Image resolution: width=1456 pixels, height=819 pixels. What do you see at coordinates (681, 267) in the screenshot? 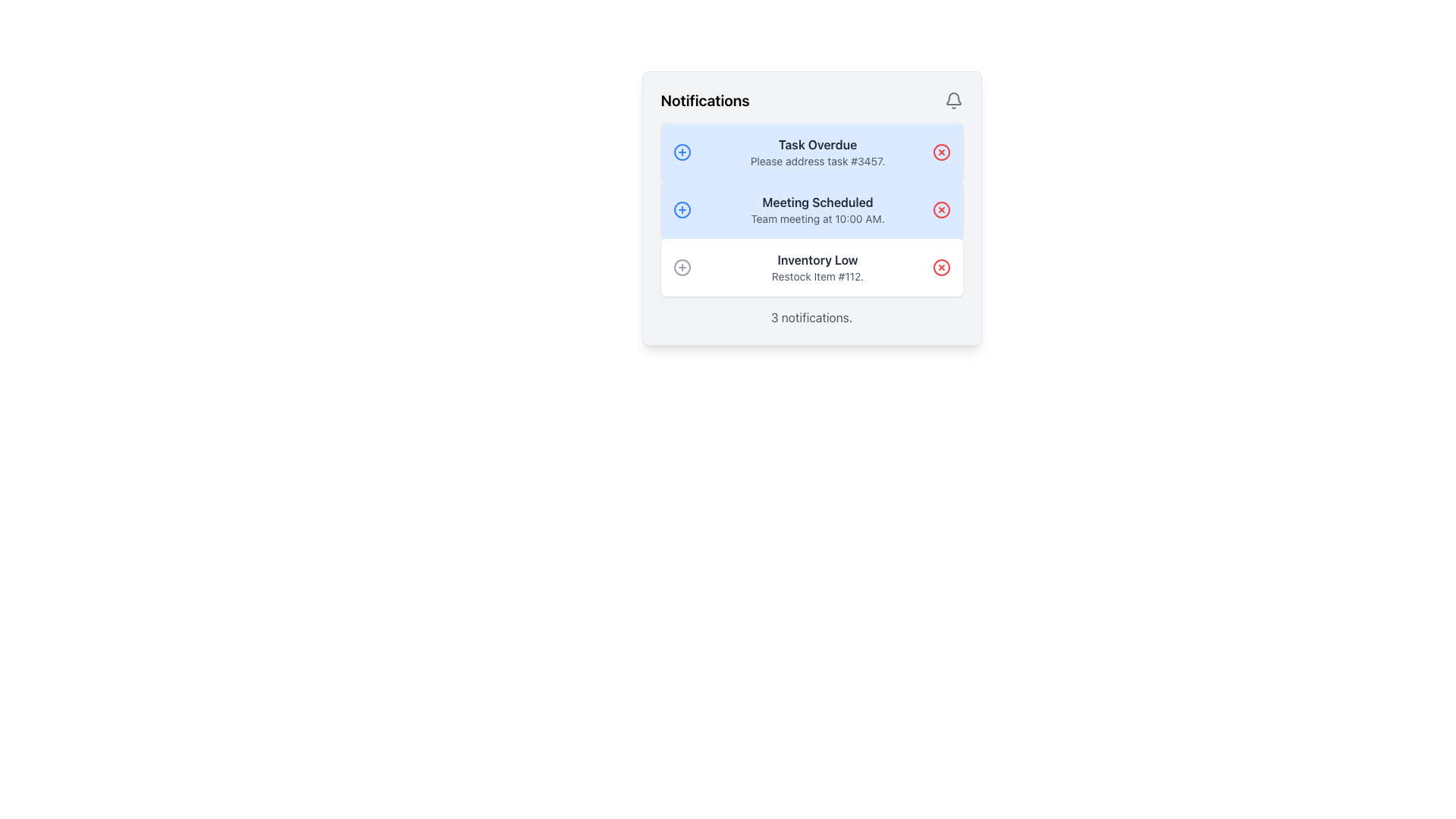
I see `the action-triggering button for the notification titled 'Inventory Low', located to the left side of the notification content` at bounding box center [681, 267].